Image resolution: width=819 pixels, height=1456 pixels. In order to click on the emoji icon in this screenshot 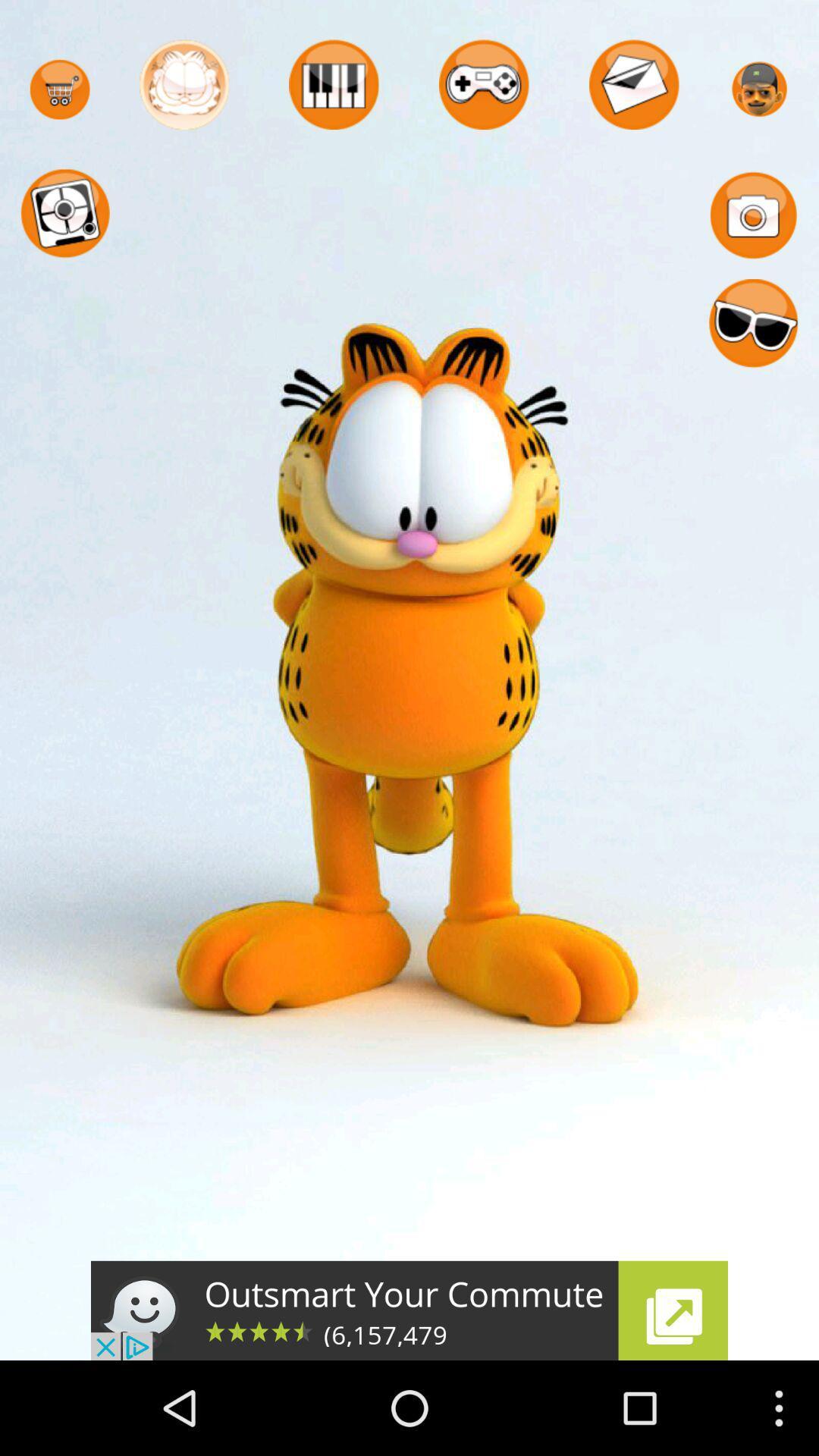, I will do `click(753, 346)`.